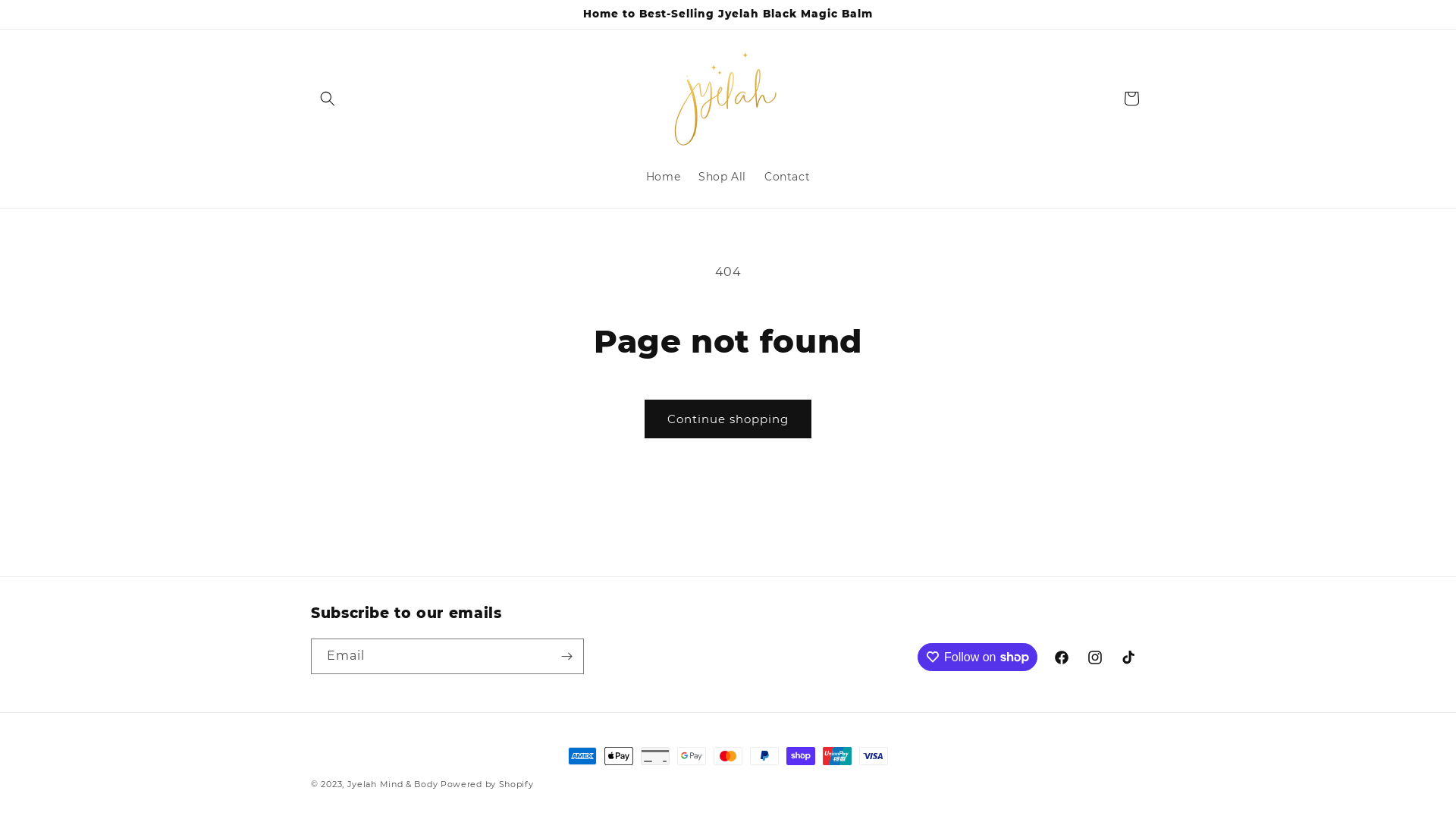 This screenshot has height=819, width=1456. Describe the element at coordinates (728, 419) in the screenshot. I see `'Continue shopping'` at that location.